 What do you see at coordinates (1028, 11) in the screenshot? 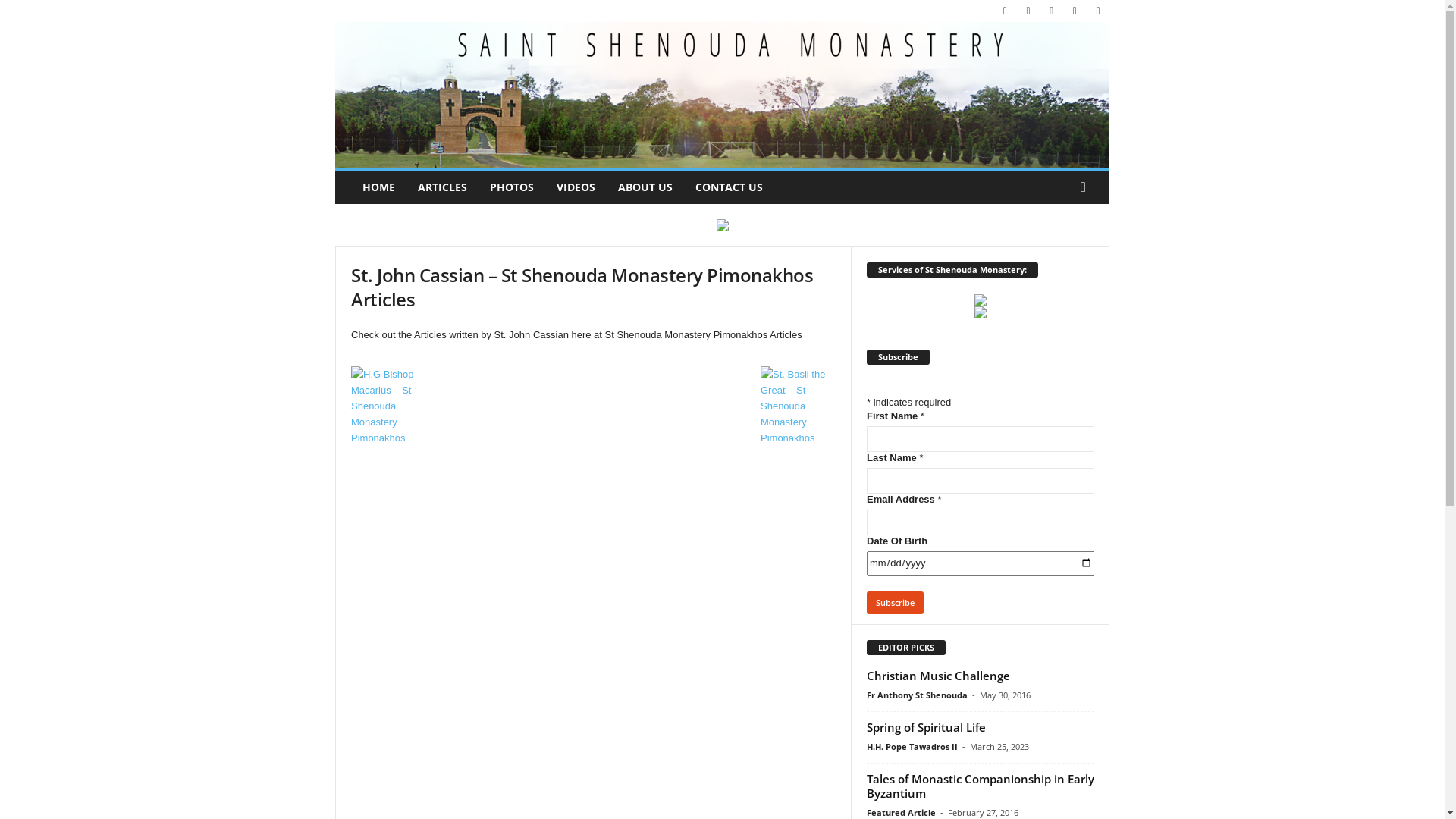
I see `'Instagram'` at bounding box center [1028, 11].